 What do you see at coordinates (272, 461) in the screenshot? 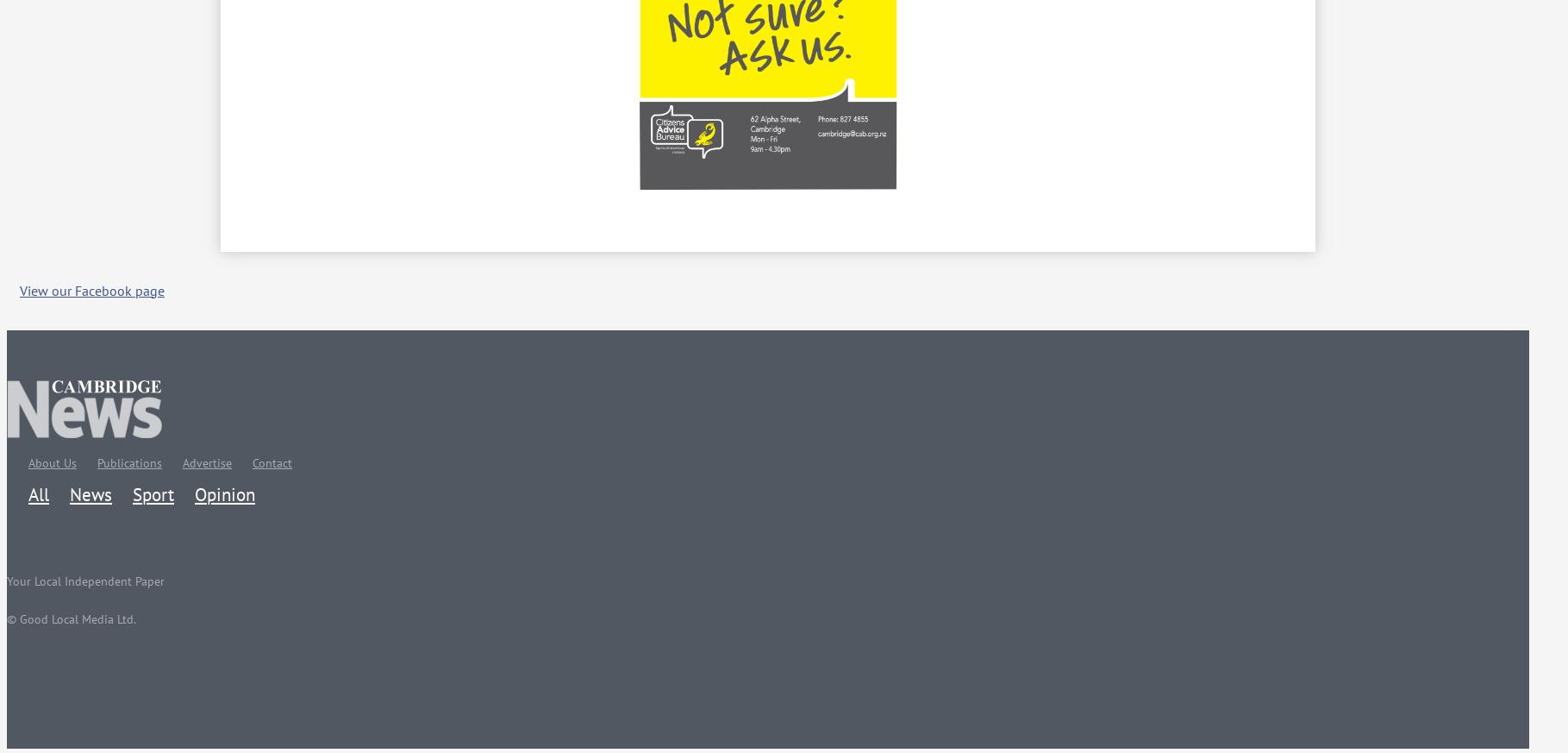
I see `'Contact'` at bounding box center [272, 461].